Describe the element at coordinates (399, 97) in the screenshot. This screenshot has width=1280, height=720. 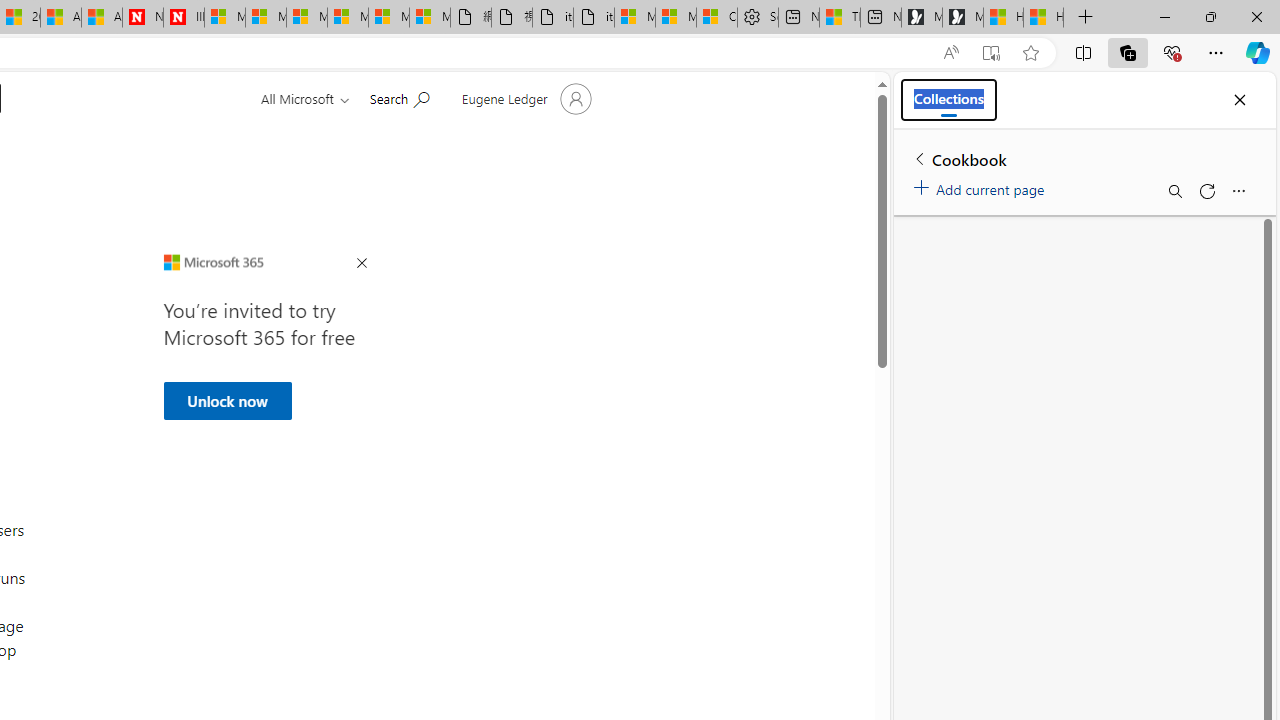
I see `'Search for help'` at that location.